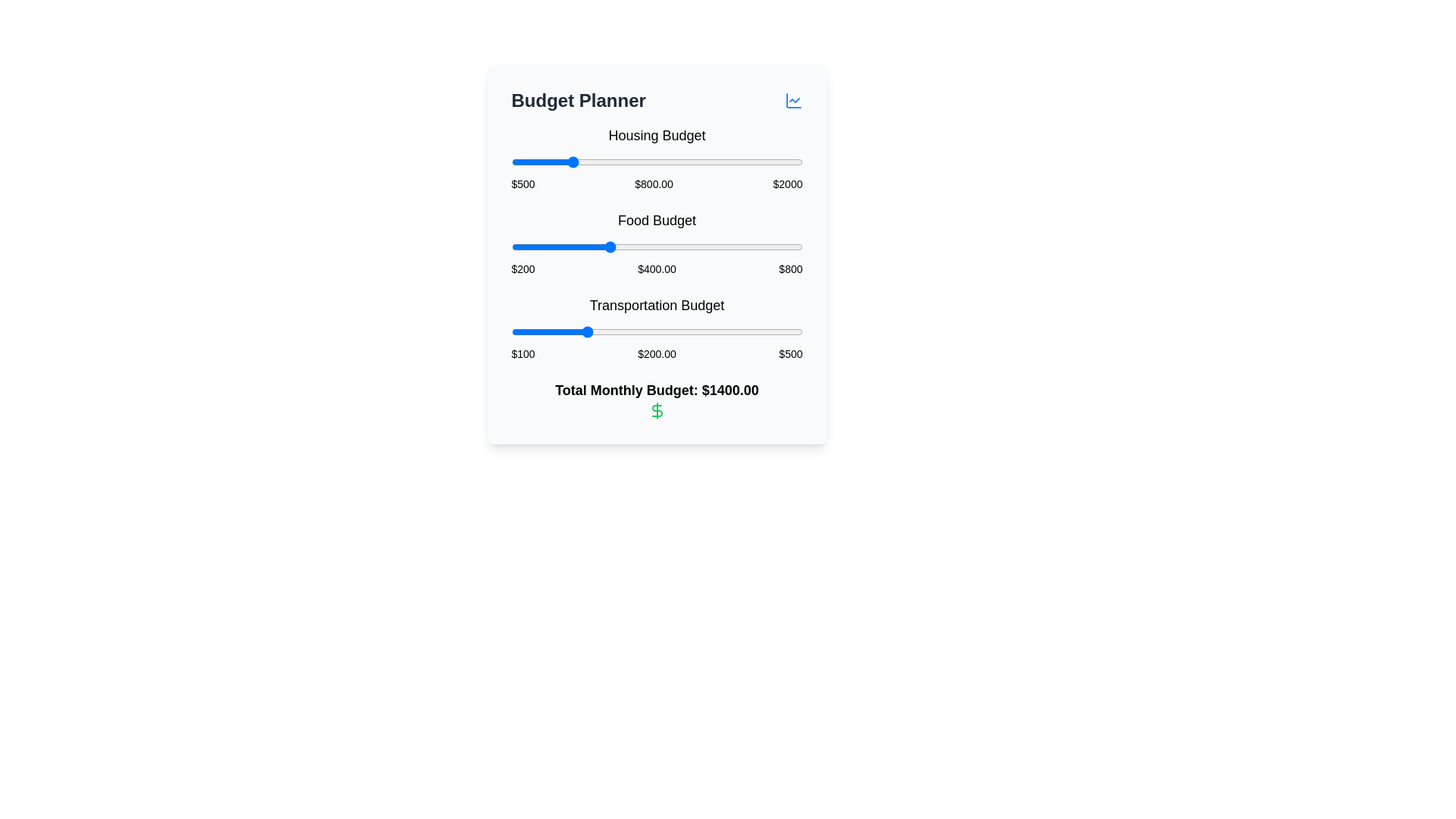 The image size is (1456, 819). Describe the element at coordinates (657, 399) in the screenshot. I see `displayed budget information from the informational text element that summarizes the total calculated monthly budget in the budget planner` at that location.